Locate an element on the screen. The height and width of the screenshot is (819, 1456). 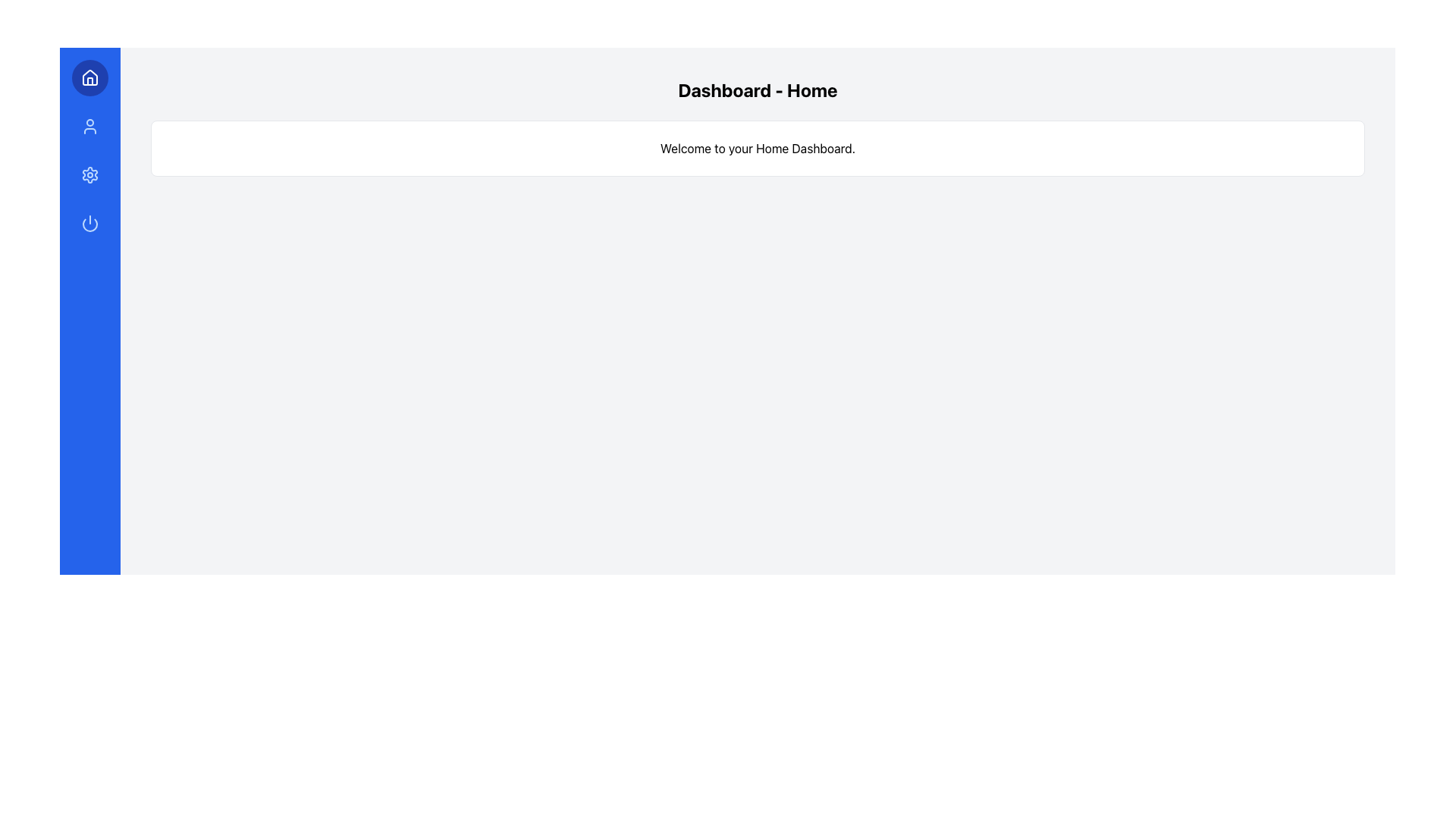
the circular gear icon with a blue background and white cogwheel outline in the vertical sidebar is located at coordinates (89, 174).